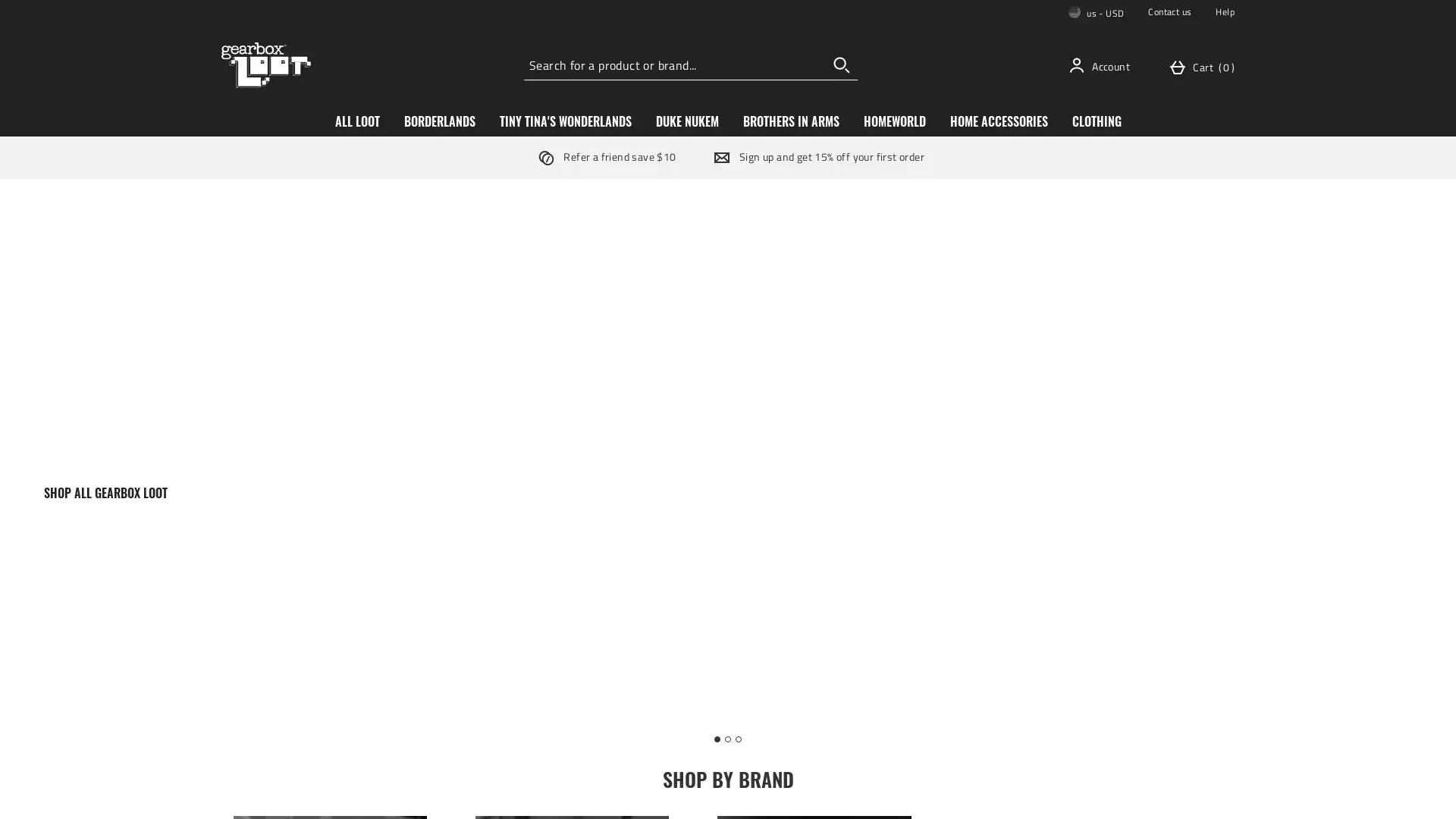 This screenshot has width=1456, height=819. Describe the element at coordinates (959, 247) in the screenshot. I see `Close` at that location.